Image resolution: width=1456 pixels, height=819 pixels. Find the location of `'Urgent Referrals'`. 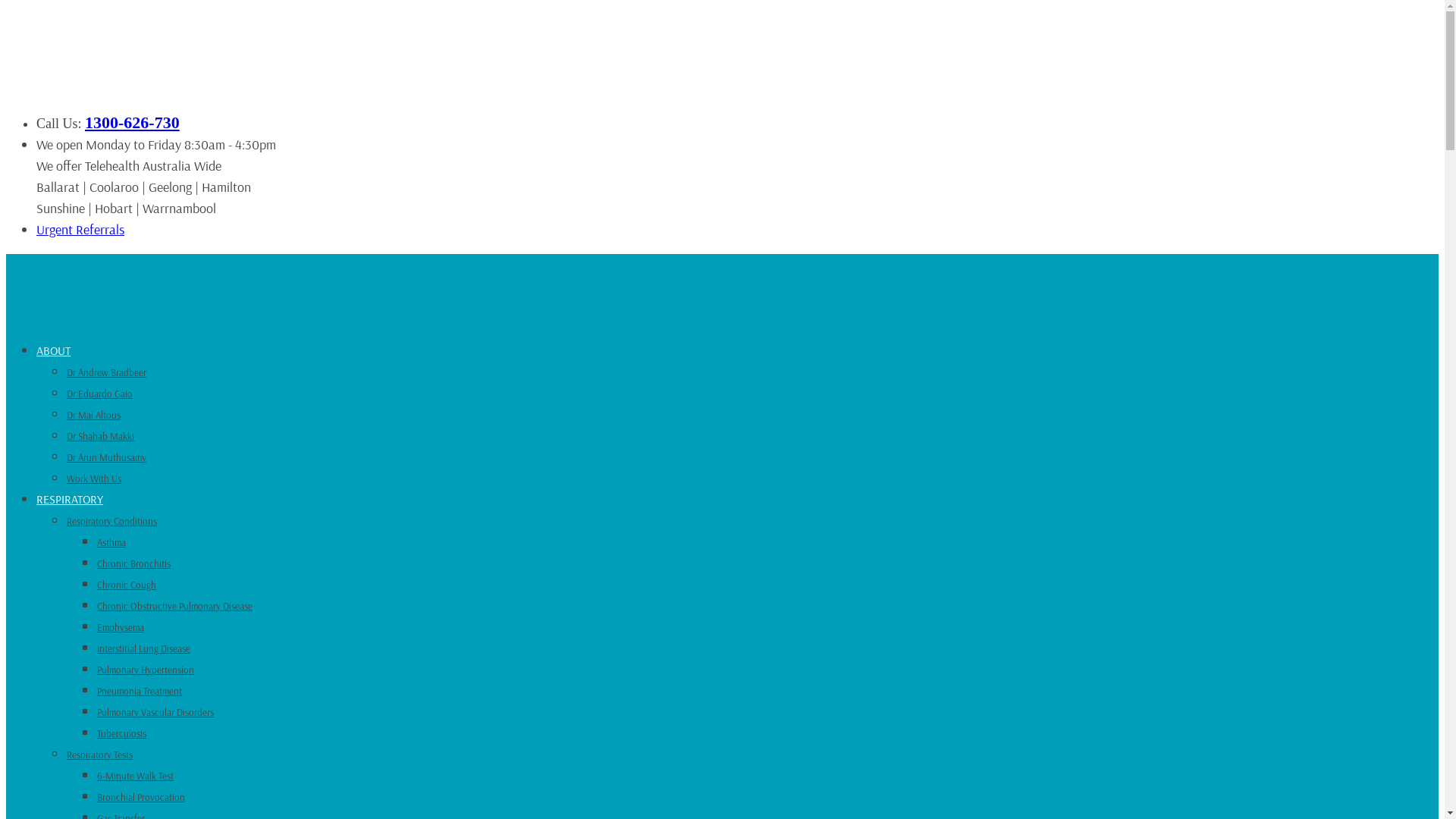

'Urgent Referrals' is located at coordinates (79, 229).